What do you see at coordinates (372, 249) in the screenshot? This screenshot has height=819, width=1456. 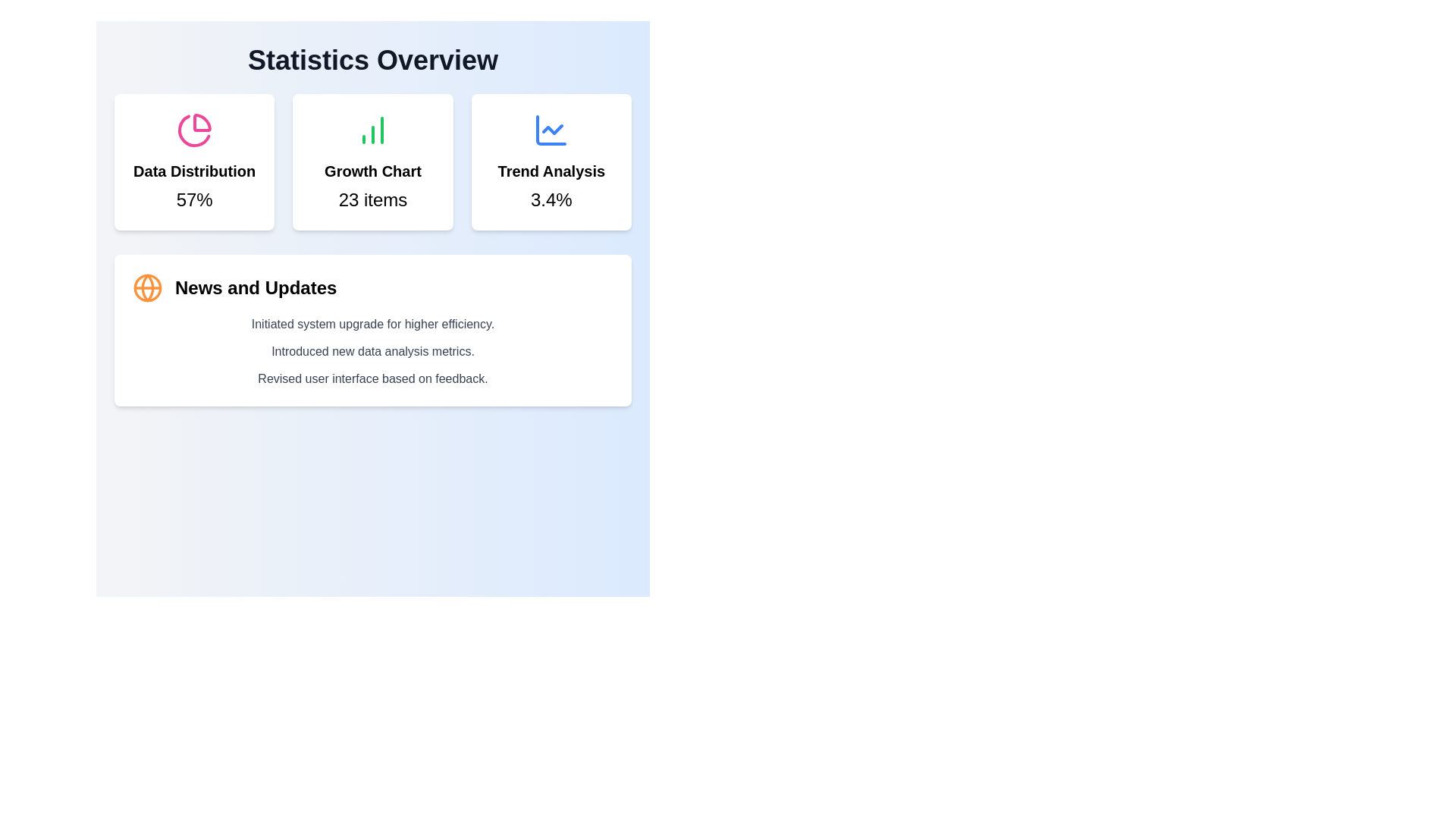 I see `the Informational panel, which is a section with a white background, shadow effect, a bold title, and multiple lines of updates, located below the cards titled 'Data Distribution', 'Growth Chart', and 'Trend Analysis'` at bounding box center [372, 249].